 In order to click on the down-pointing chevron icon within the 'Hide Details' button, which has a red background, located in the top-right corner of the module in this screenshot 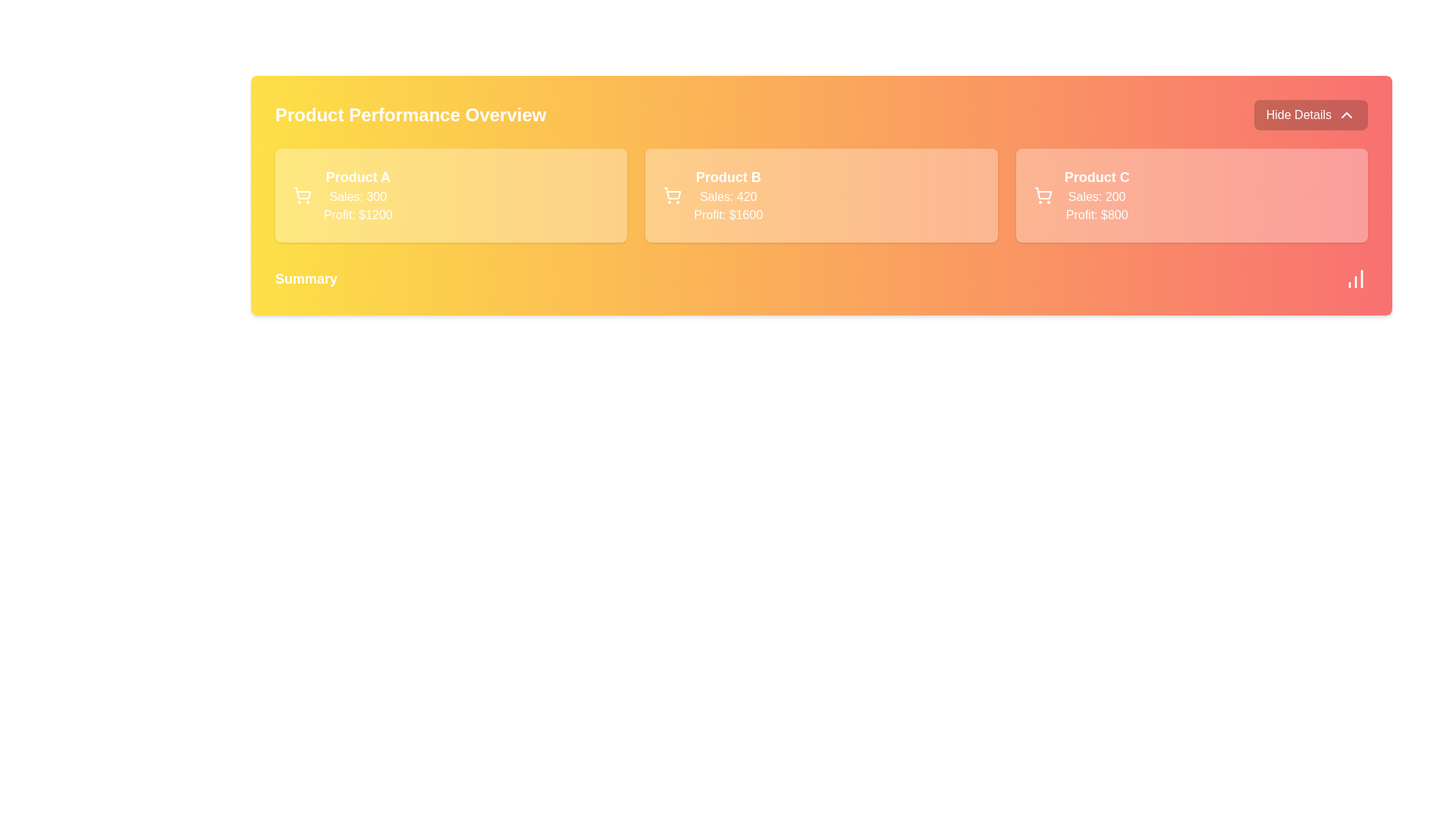, I will do `click(1347, 114)`.